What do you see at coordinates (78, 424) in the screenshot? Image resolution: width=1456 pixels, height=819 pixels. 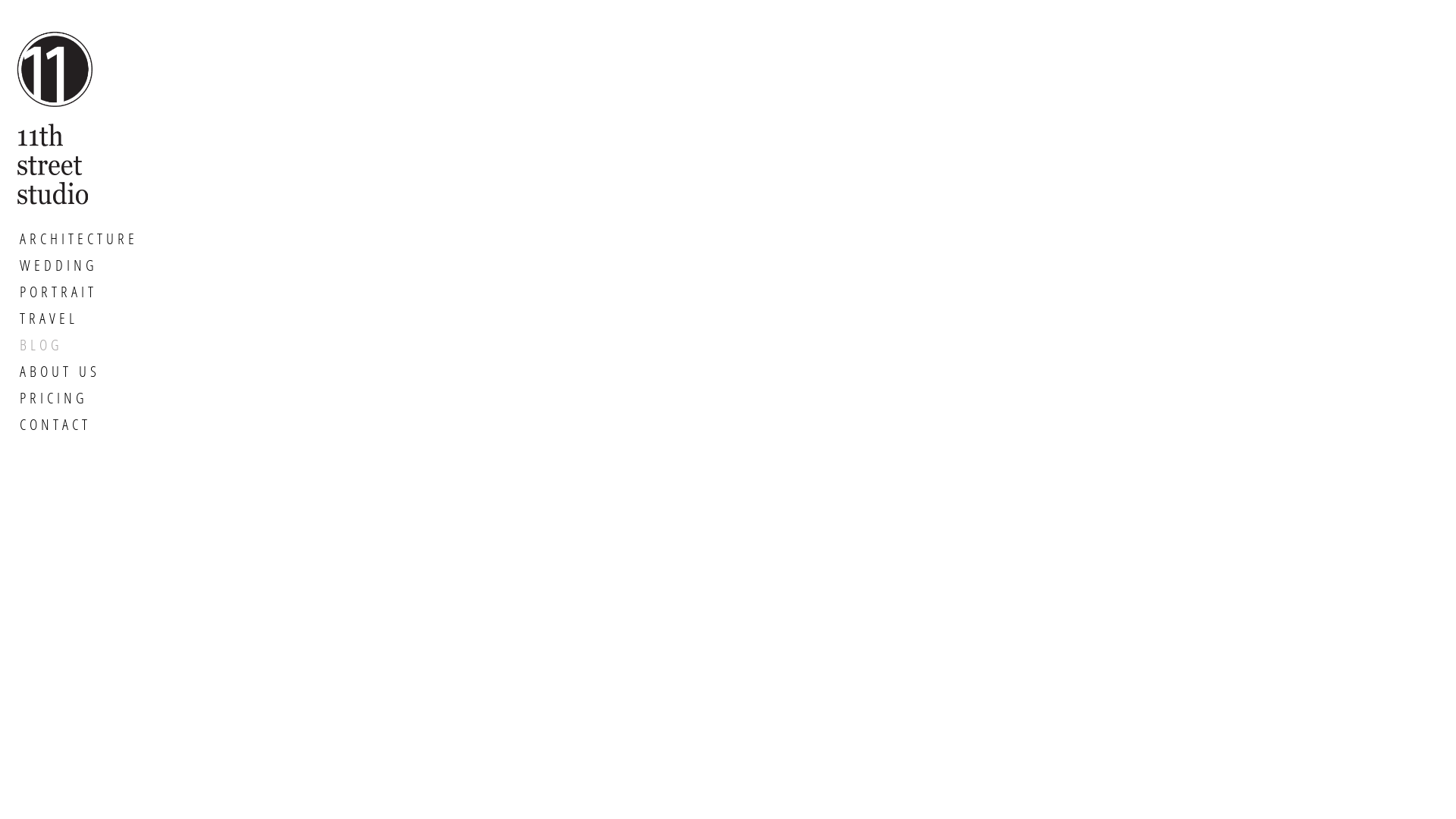 I see `'CONTACT'` at bounding box center [78, 424].